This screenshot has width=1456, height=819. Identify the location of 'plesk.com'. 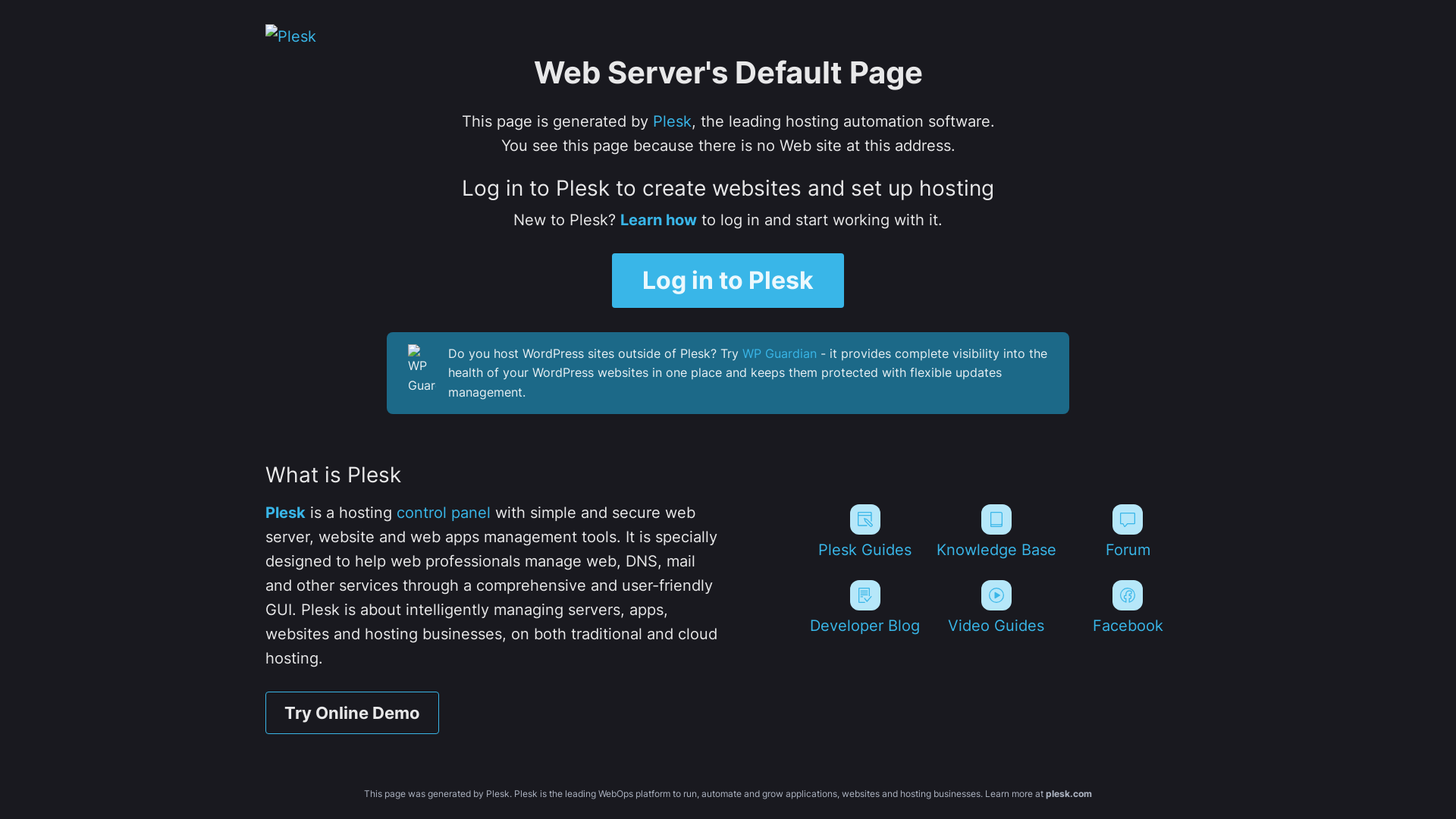
(1068, 792).